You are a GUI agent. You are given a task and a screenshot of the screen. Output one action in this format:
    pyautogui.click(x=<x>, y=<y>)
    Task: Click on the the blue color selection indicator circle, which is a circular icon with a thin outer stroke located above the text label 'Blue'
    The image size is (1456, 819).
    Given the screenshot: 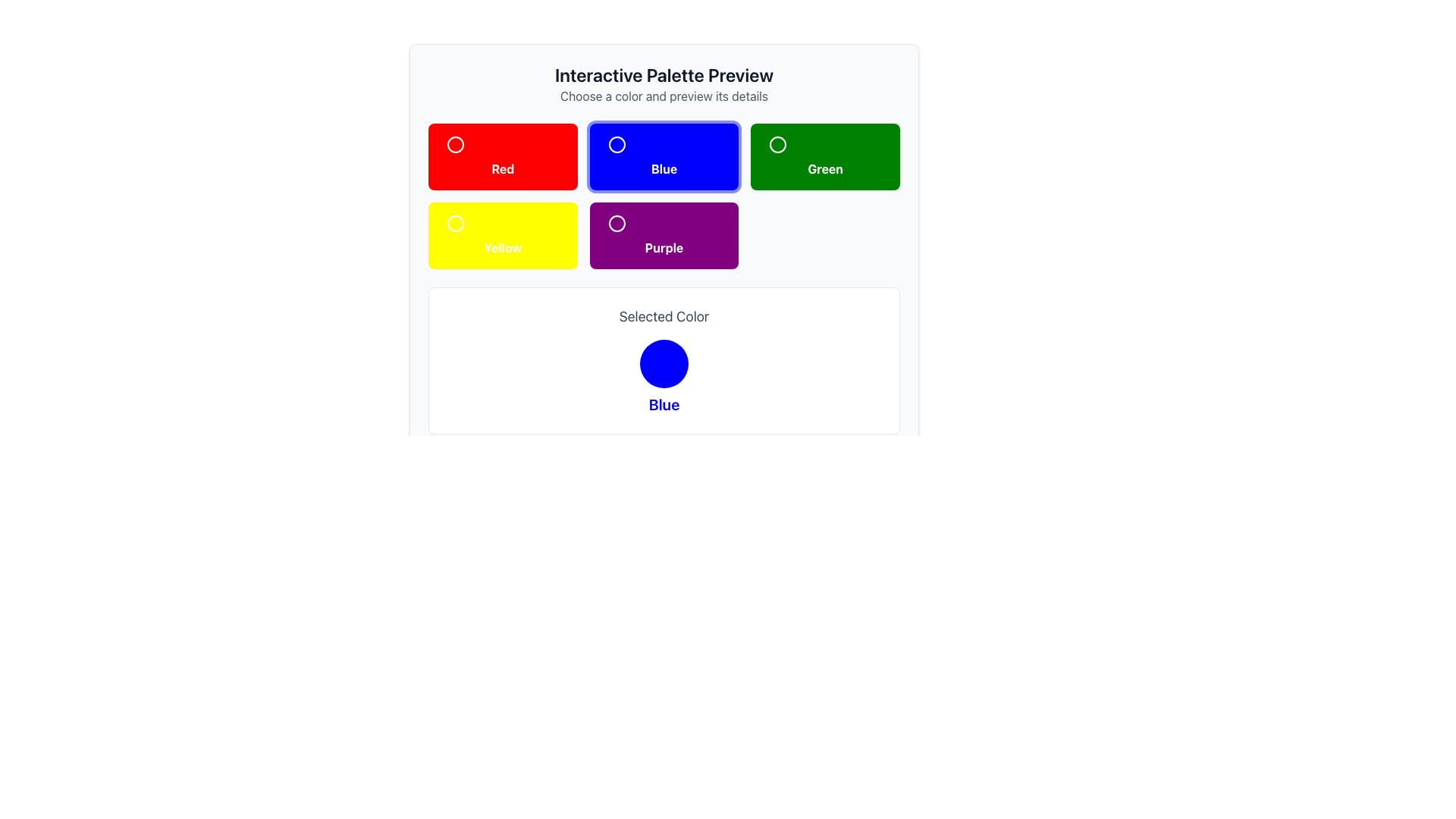 What is the action you would take?
    pyautogui.click(x=617, y=145)
    